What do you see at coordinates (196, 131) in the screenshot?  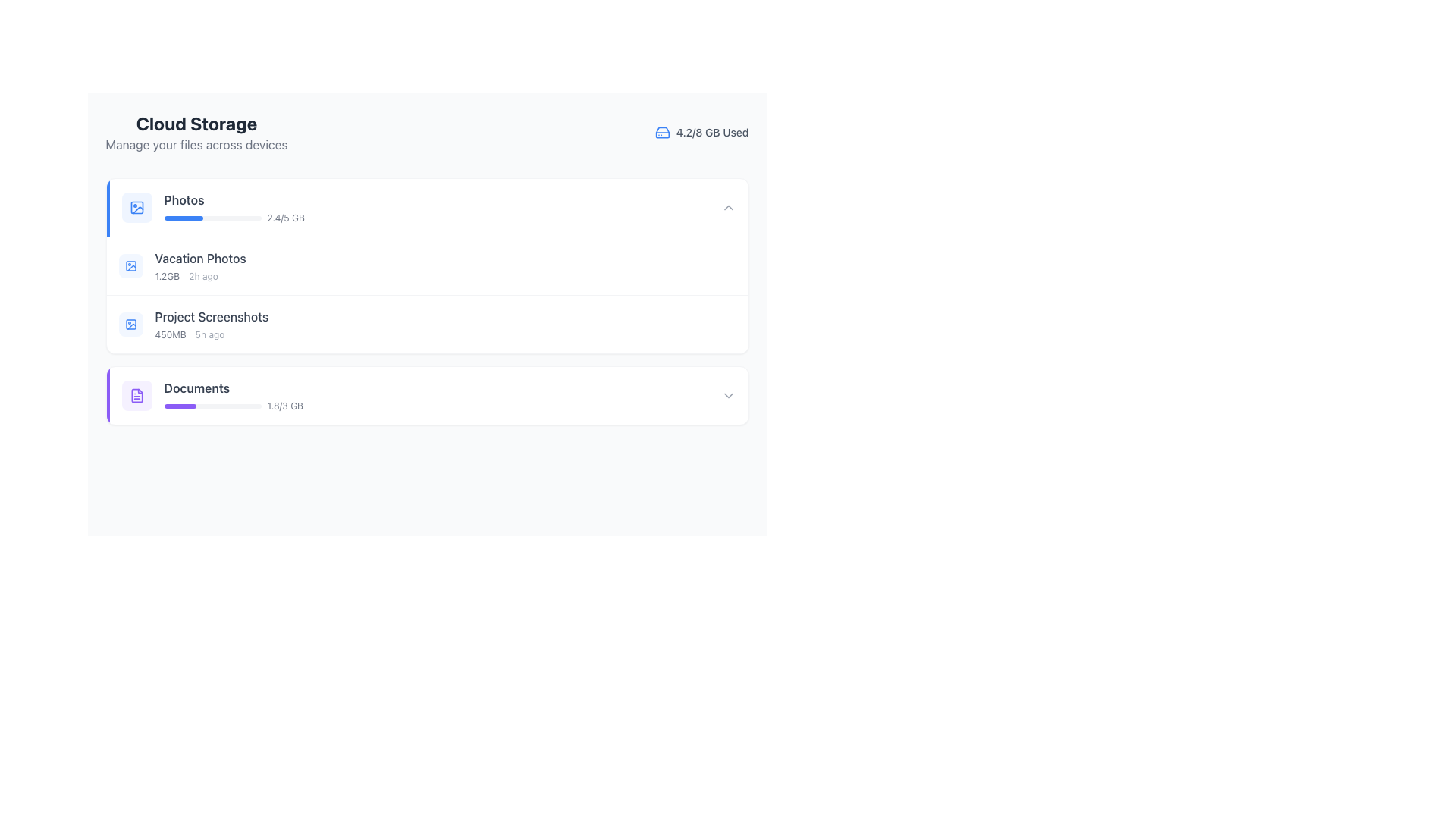 I see `the text block or header that provides an overview about managing files across devices using cloud storage, located in the upper-left section of the interface` at bounding box center [196, 131].